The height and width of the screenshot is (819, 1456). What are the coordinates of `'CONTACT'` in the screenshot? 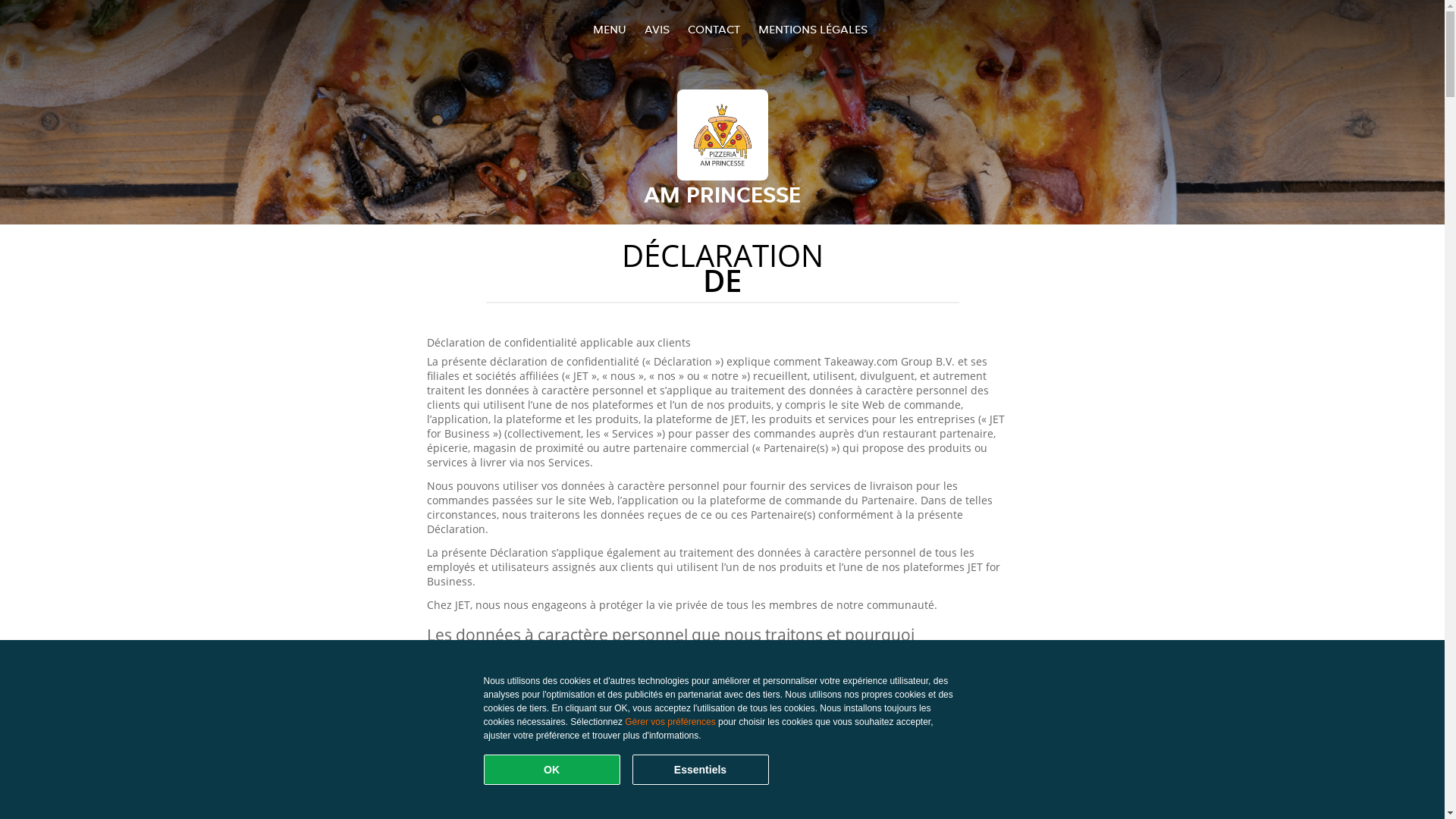 It's located at (712, 29).